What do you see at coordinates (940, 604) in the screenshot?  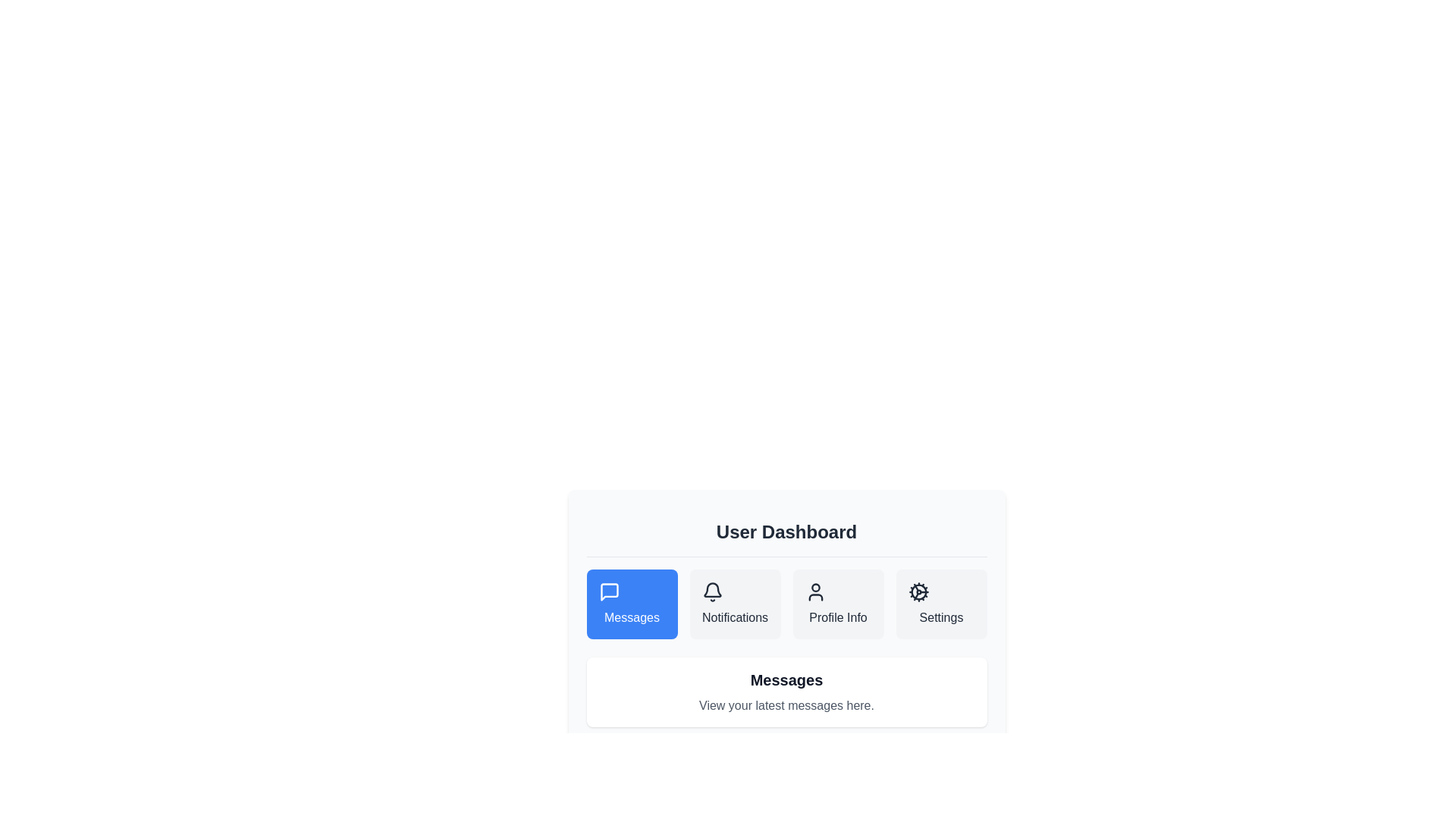 I see `the Settings section by clicking on the corresponding tab button` at bounding box center [940, 604].